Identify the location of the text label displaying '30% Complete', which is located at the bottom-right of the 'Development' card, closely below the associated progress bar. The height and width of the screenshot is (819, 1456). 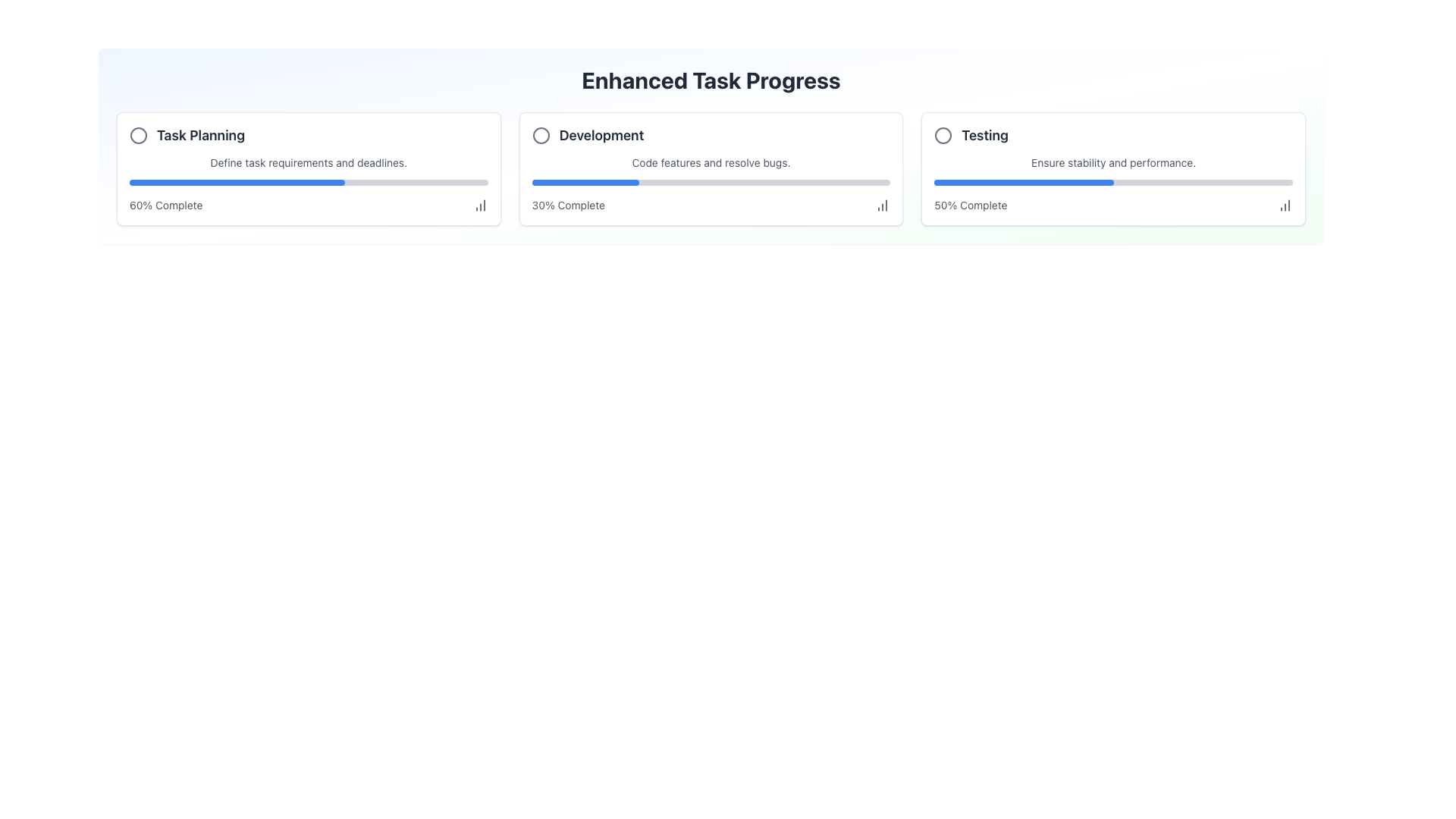
(567, 205).